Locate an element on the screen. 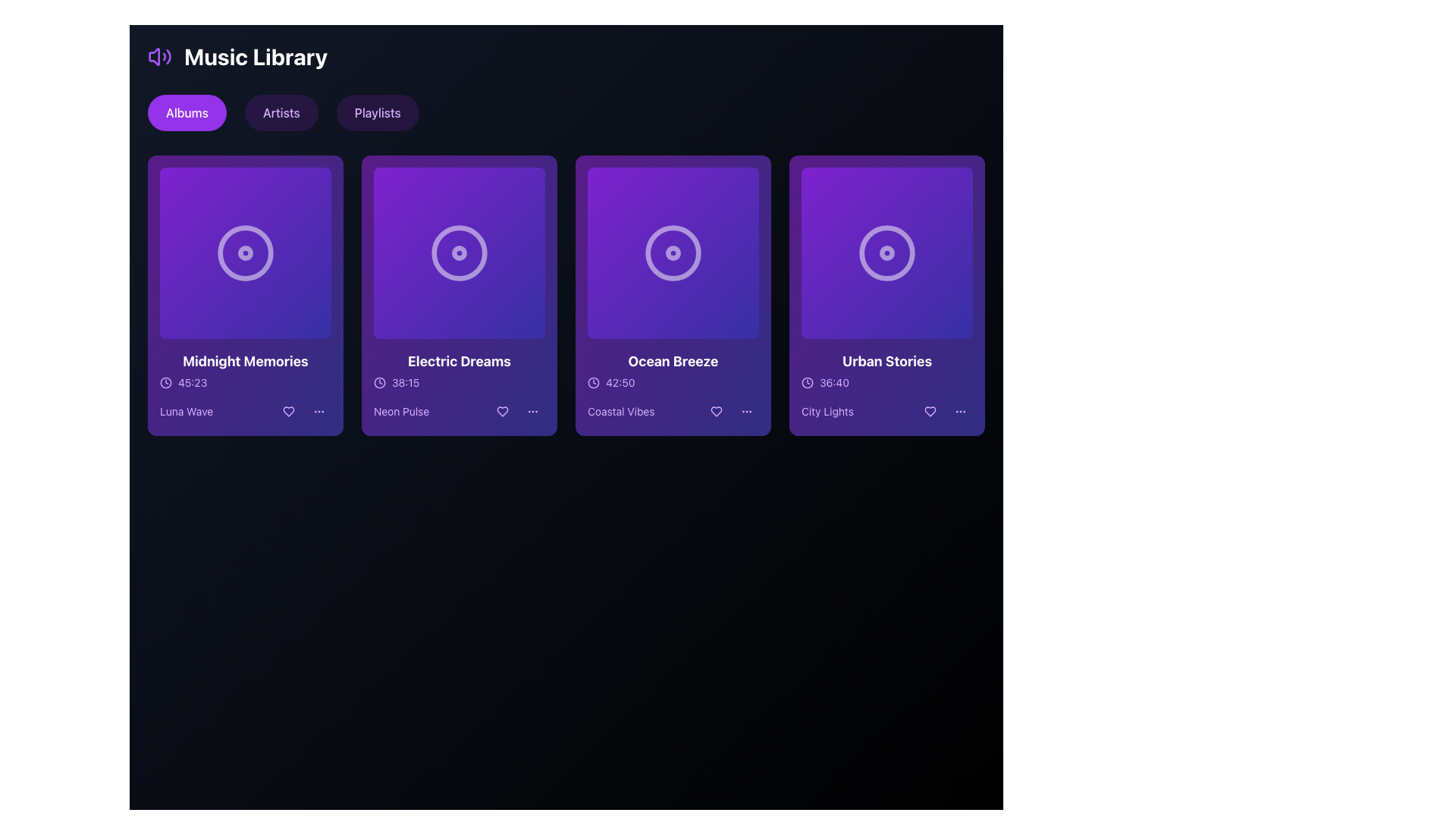  the grouped icons located in the bottom-right corner of the 'Urban Stories' card is located at coordinates (945, 412).